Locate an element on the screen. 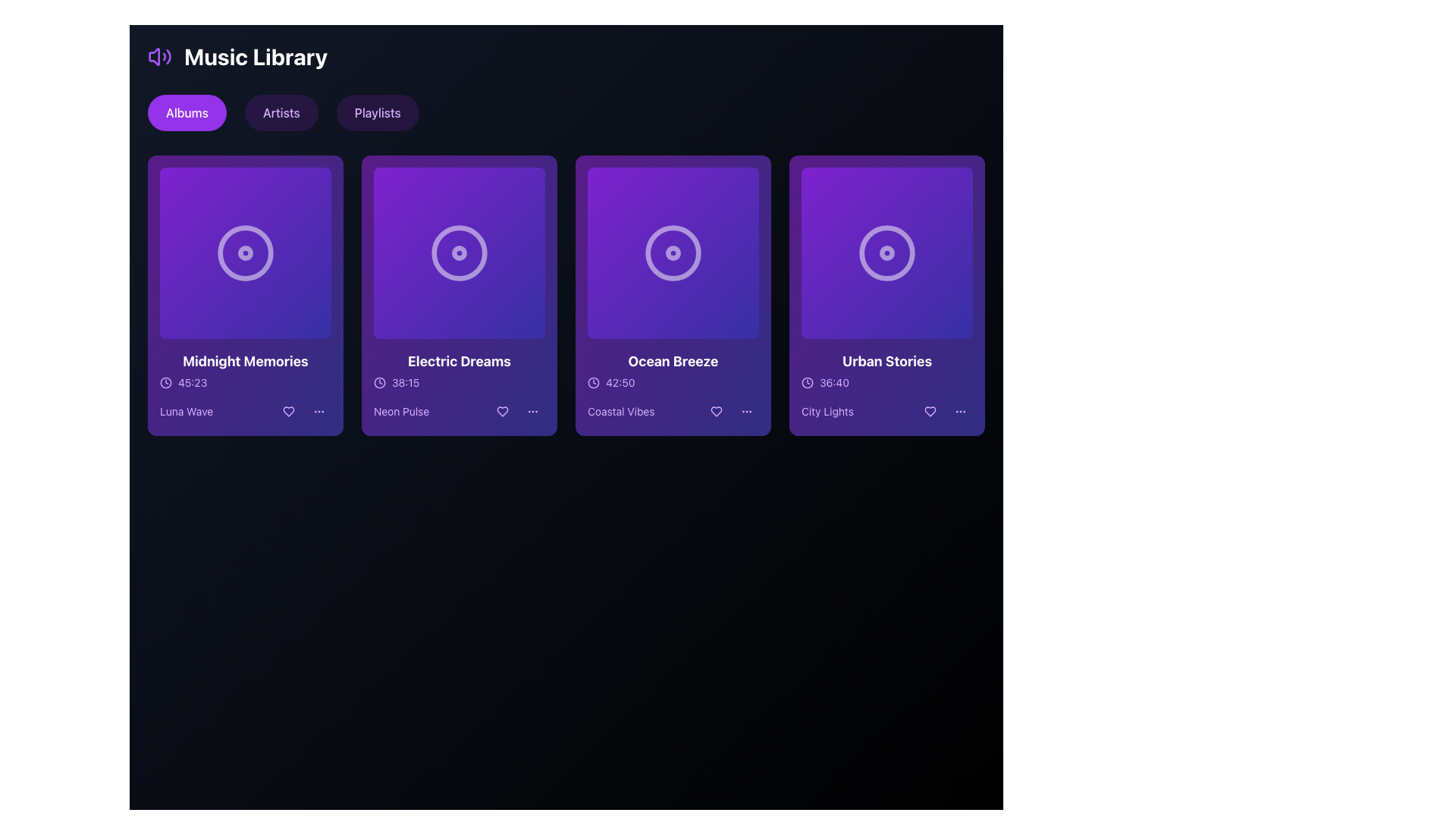  the grouped icons located in the bottom-right corner of the 'Urban Stories' card is located at coordinates (945, 412).